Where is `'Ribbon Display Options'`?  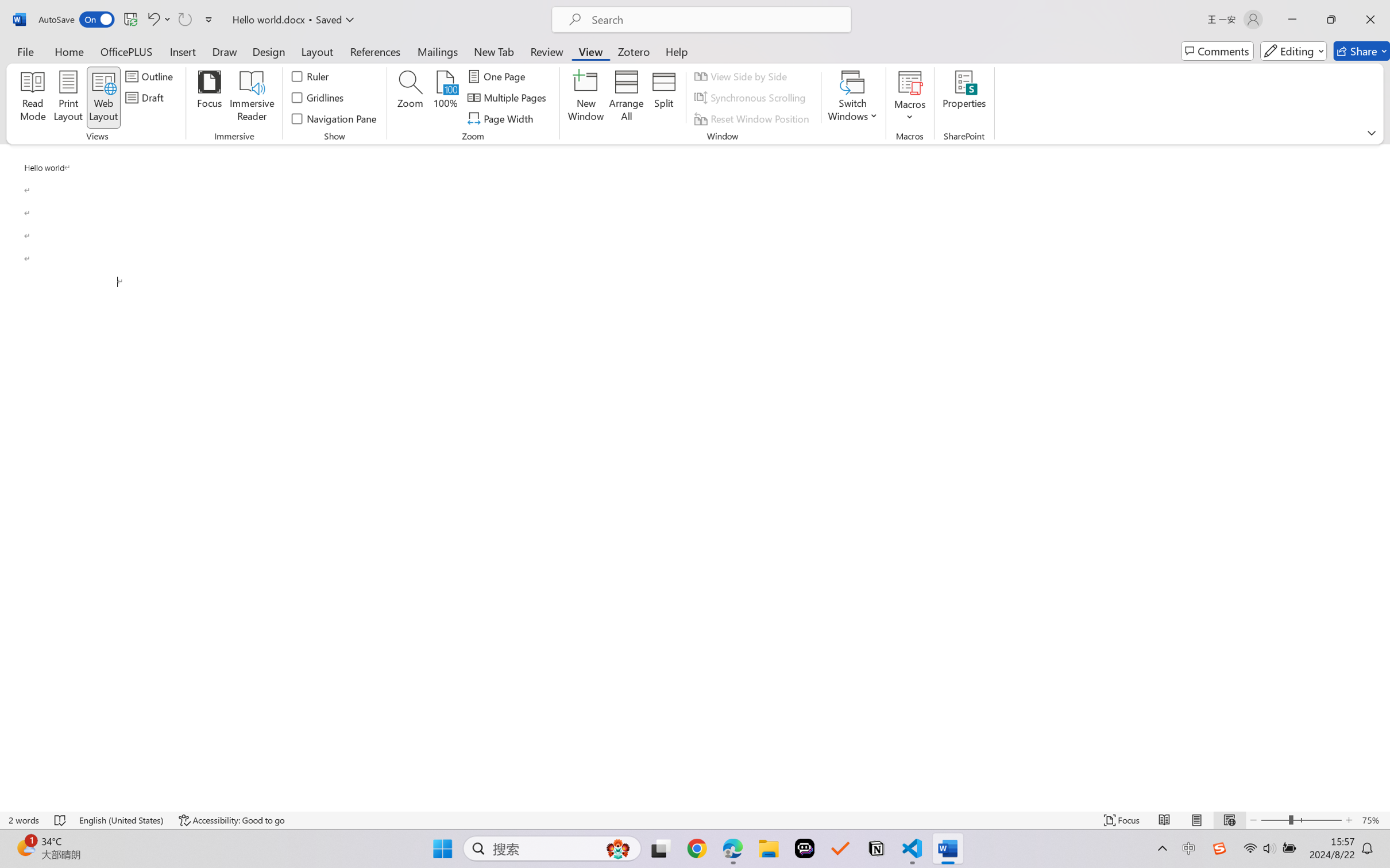
'Ribbon Display Options' is located at coordinates (1371, 133).